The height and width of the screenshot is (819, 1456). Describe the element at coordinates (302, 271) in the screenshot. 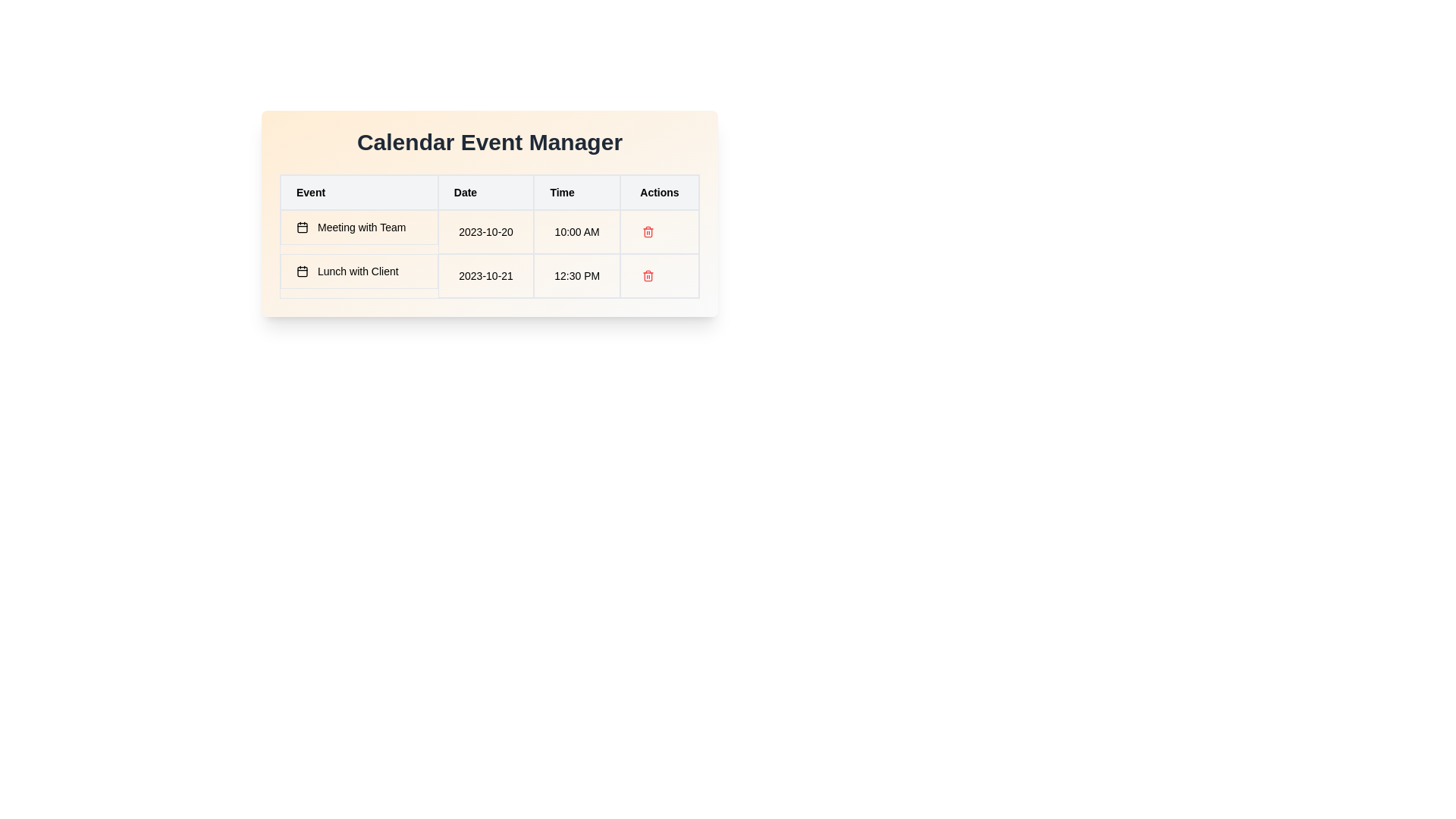

I see `the calendar icon representing the 'Lunch with Client' event, which is positioned to the left of the corresponding text` at that location.